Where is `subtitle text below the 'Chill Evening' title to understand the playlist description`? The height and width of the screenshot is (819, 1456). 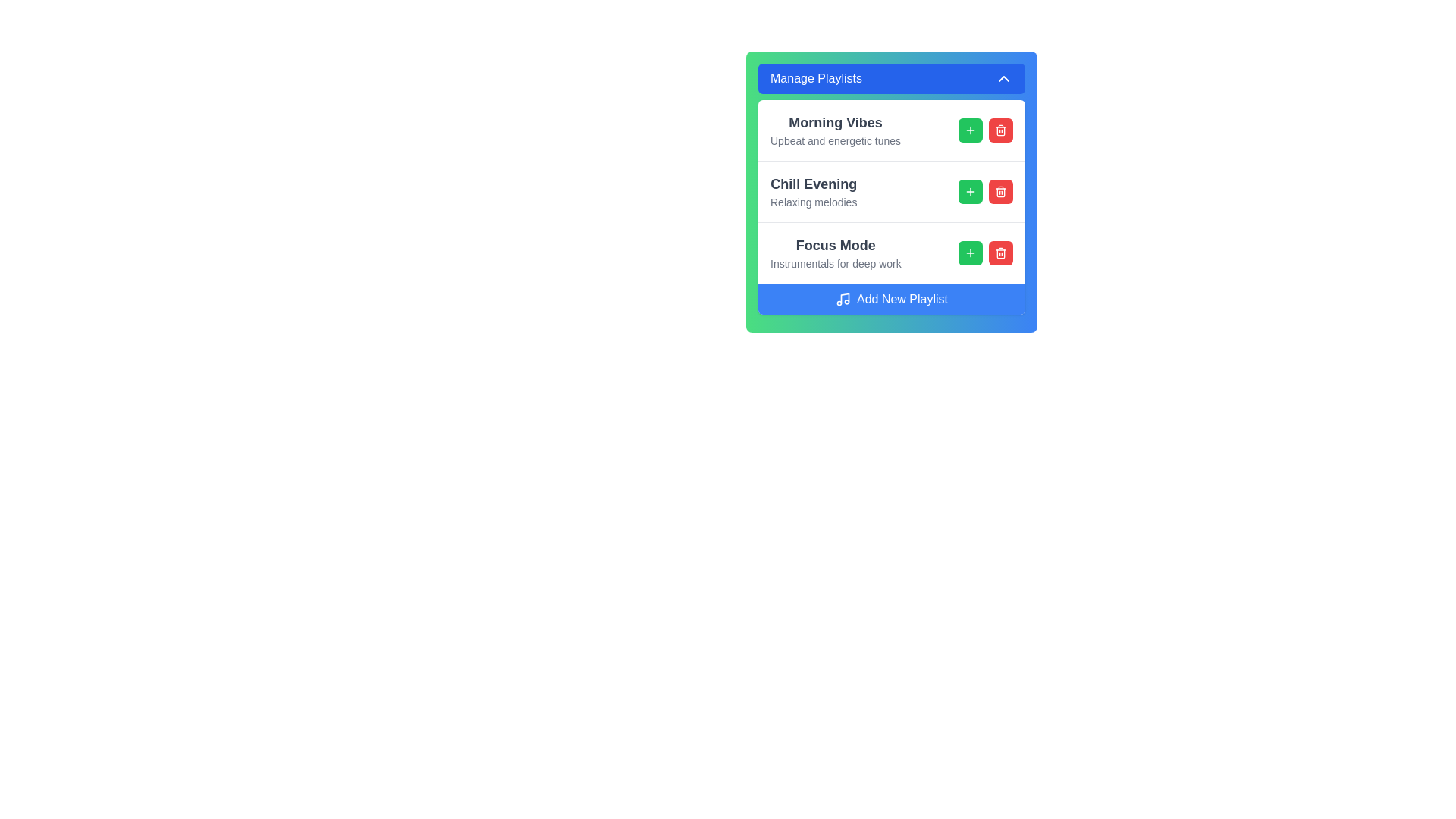 subtitle text below the 'Chill Evening' title to understand the playlist description is located at coordinates (813, 201).